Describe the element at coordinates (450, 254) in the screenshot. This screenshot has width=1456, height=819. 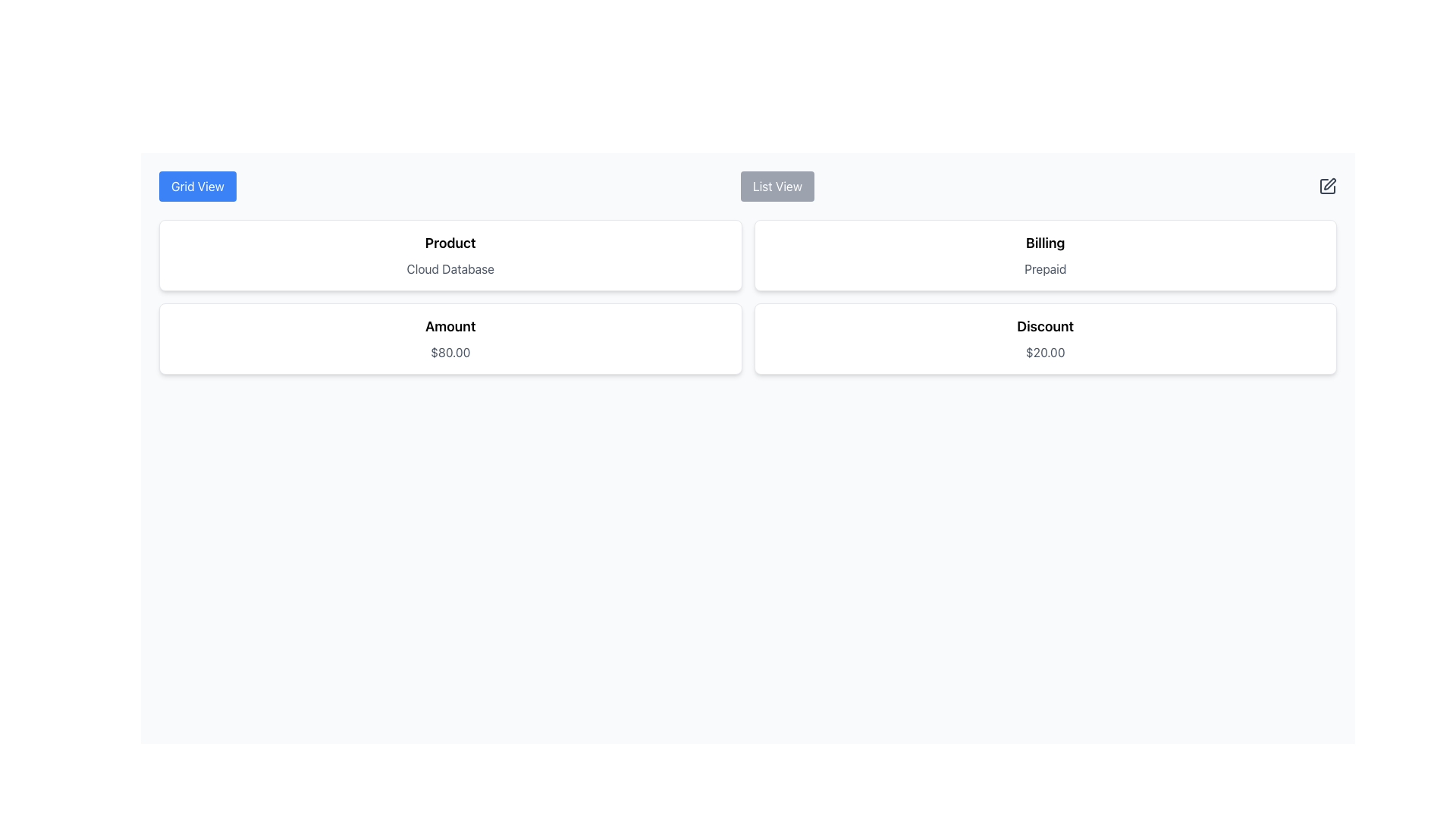
I see `the Information Card located in the first column and first row of the grid layout` at that location.